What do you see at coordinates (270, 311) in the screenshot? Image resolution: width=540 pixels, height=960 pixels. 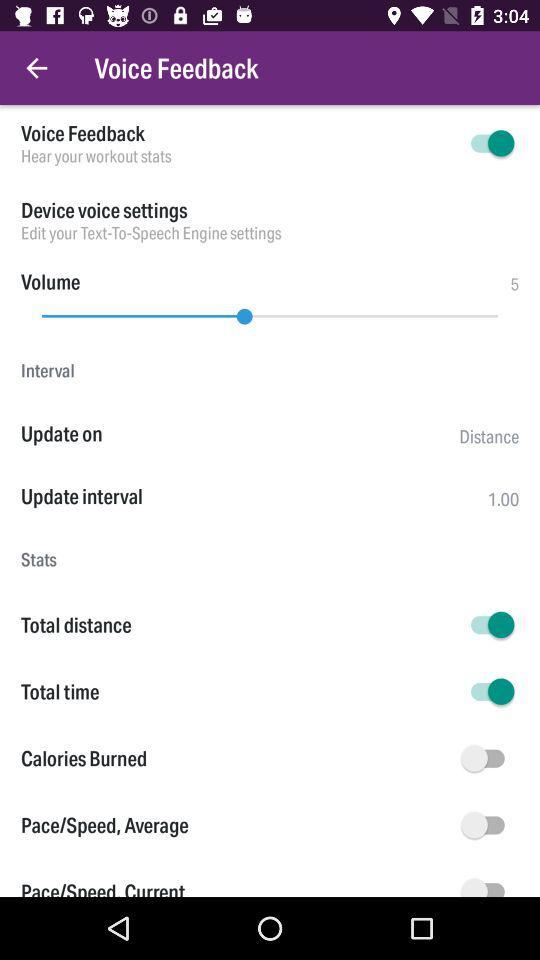 I see `the item above the interval` at bounding box center [270, 311].